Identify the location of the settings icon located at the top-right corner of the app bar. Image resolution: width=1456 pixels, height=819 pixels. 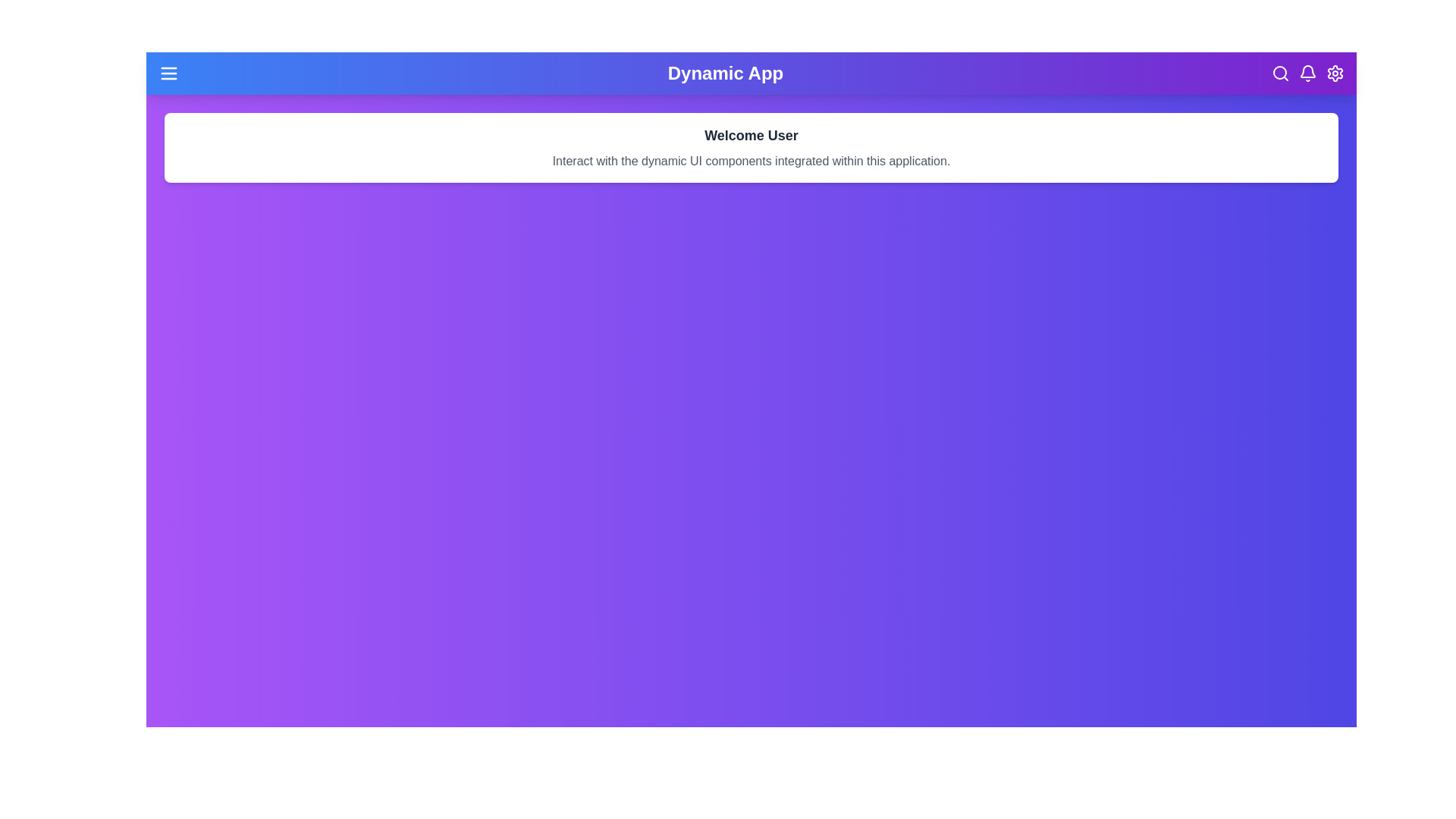
(1335, 73).